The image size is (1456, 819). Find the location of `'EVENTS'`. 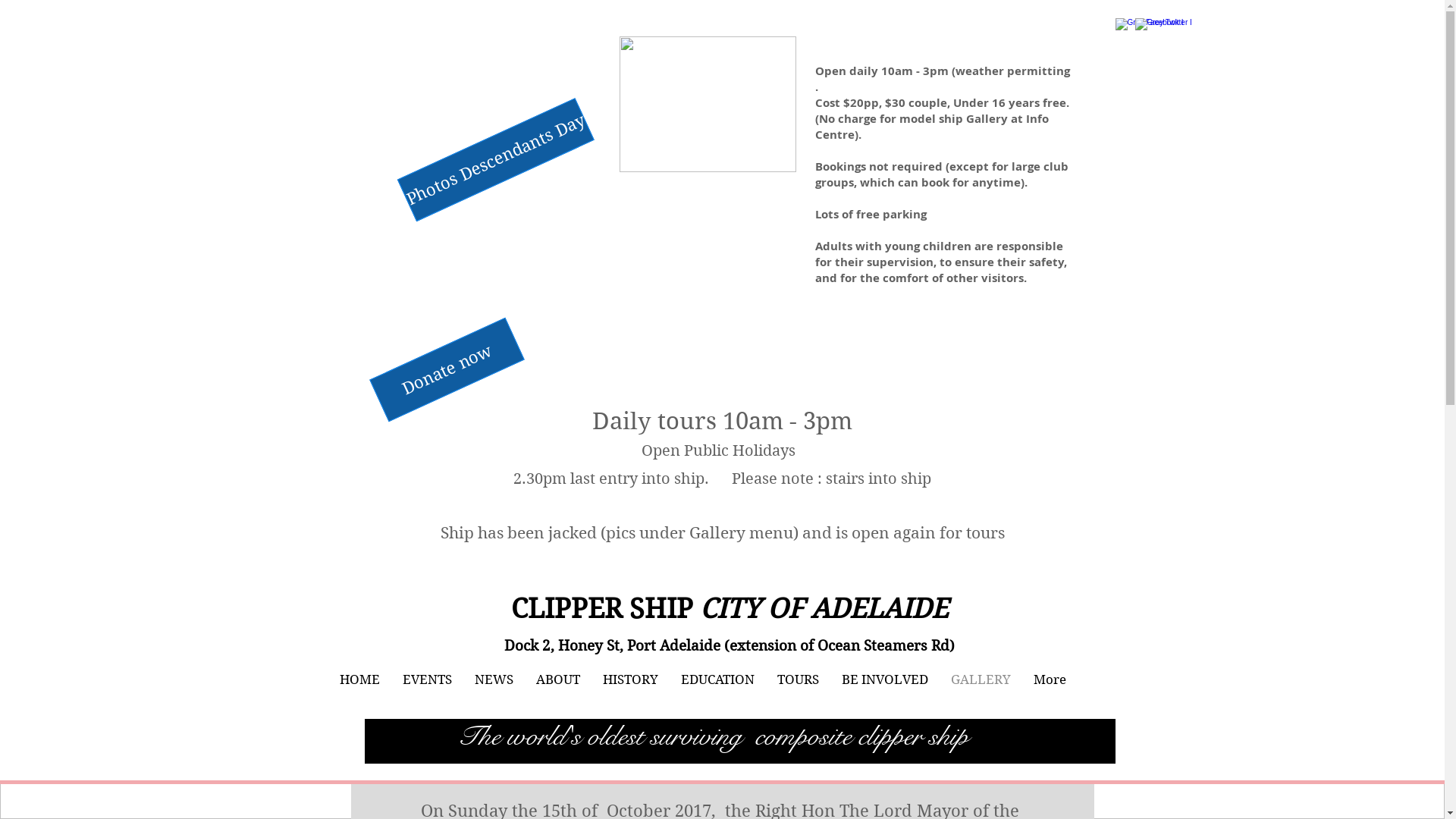

'EVENTS' is located at coordinates (426, 679).